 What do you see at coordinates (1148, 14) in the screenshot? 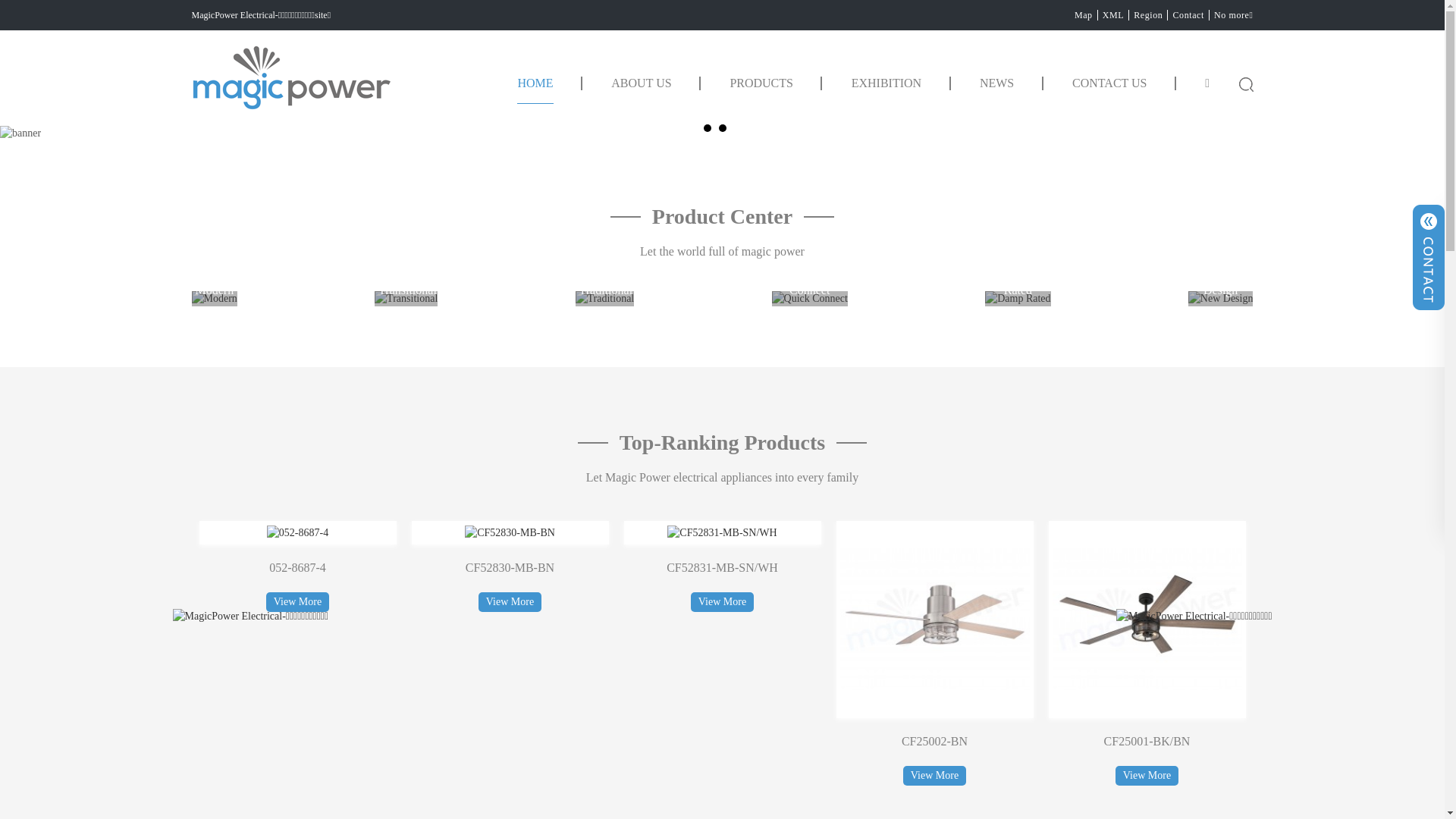
I see `'Region'` at bounding box center [1148, 14].